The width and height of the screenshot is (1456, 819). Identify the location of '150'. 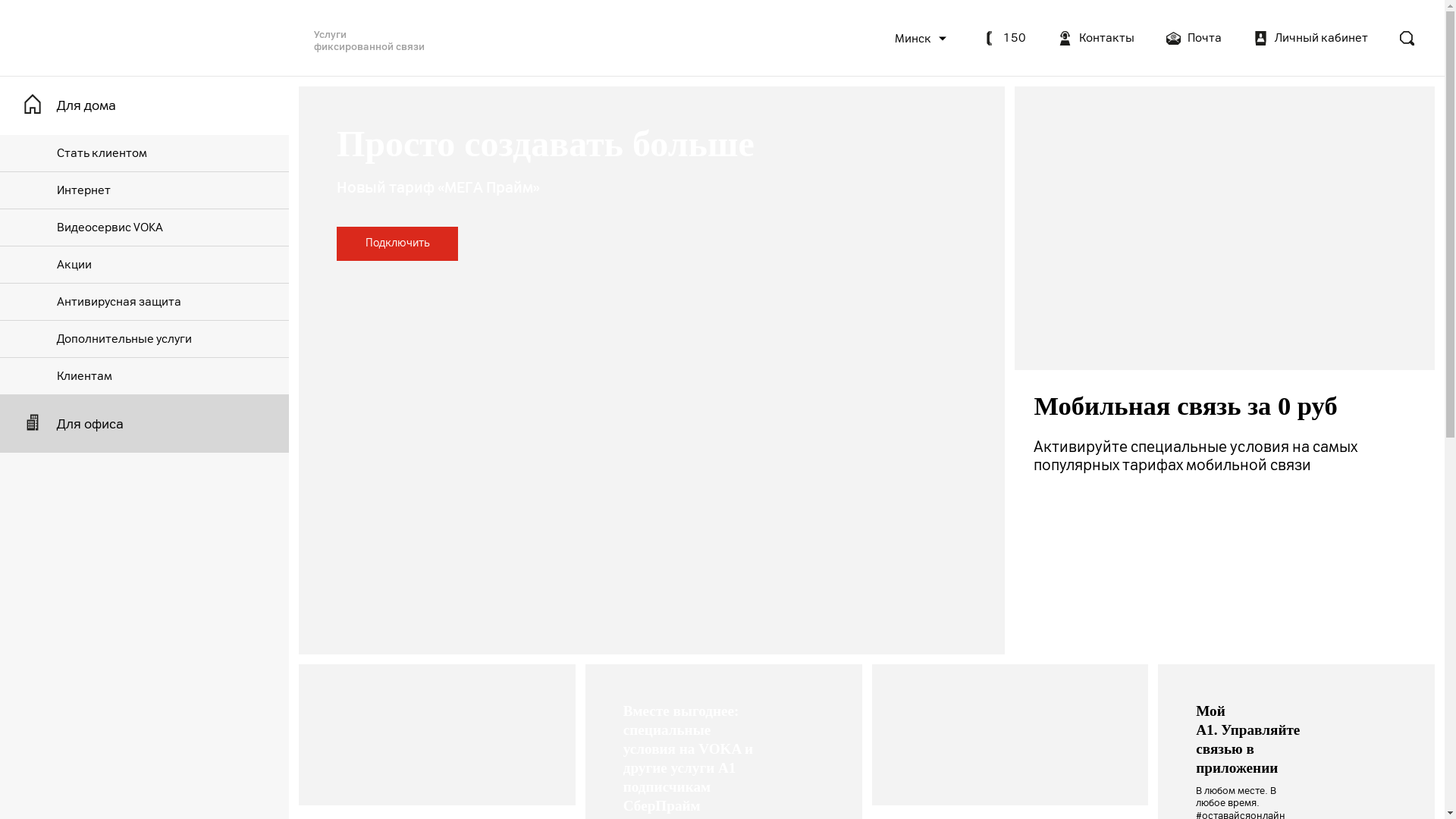
(1004, 37).